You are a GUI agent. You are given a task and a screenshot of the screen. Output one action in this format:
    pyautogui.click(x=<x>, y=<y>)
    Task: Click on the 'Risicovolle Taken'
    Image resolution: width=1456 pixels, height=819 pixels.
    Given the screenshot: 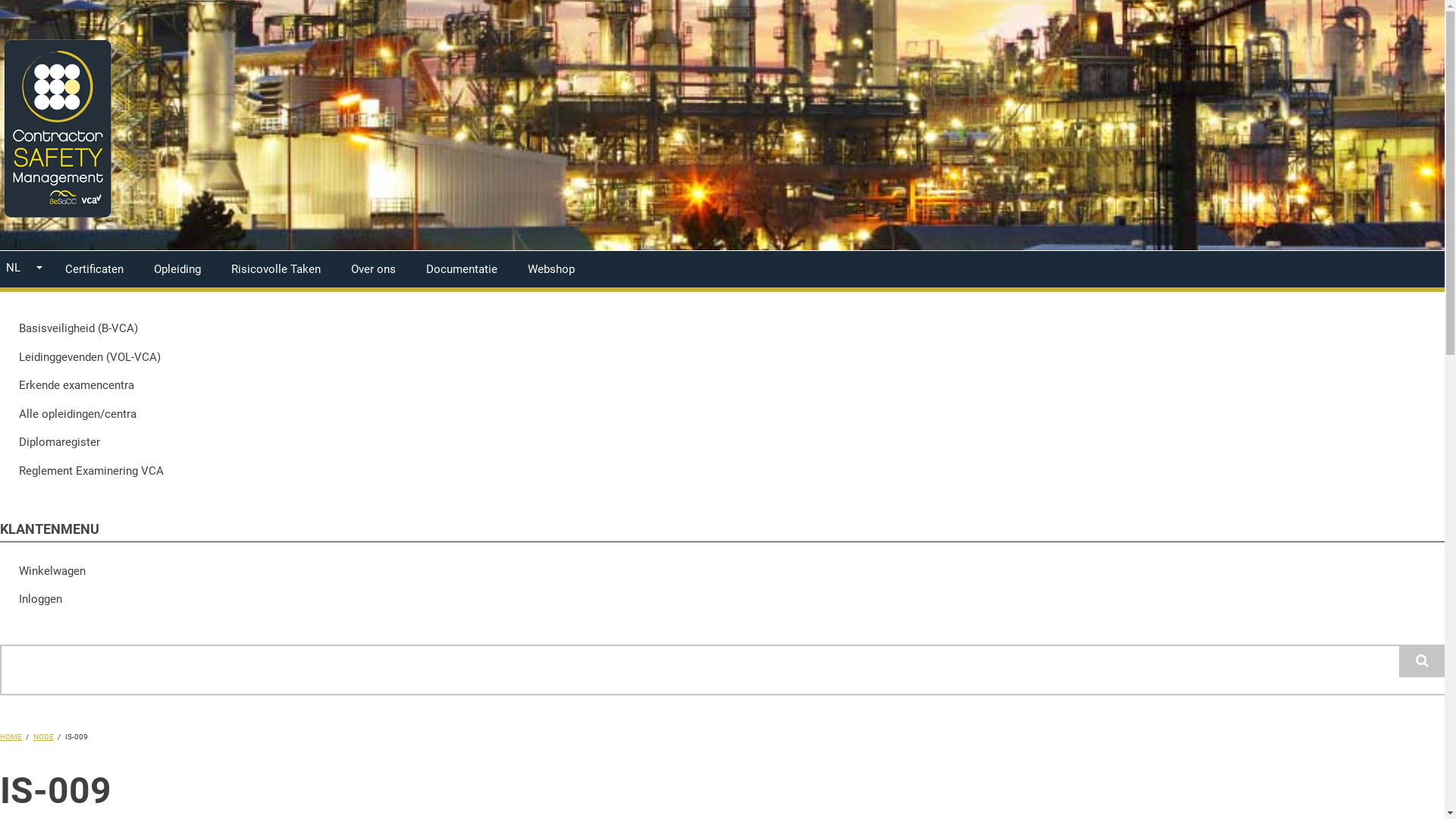 What is the action you would take?
    pyautogui.click(x=276, y=268)
    